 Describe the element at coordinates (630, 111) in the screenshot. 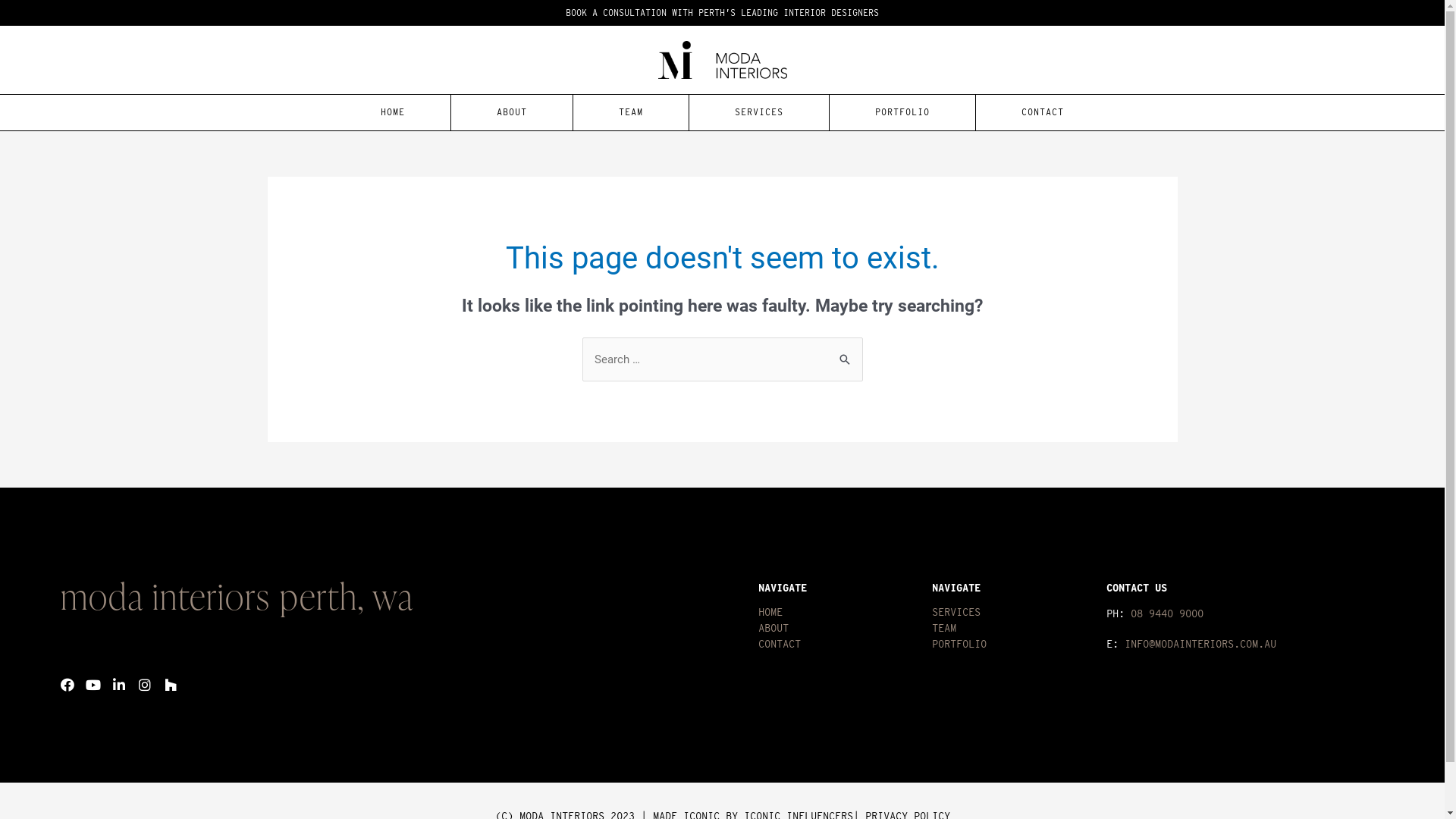

I see `'TEAM'` at that location.